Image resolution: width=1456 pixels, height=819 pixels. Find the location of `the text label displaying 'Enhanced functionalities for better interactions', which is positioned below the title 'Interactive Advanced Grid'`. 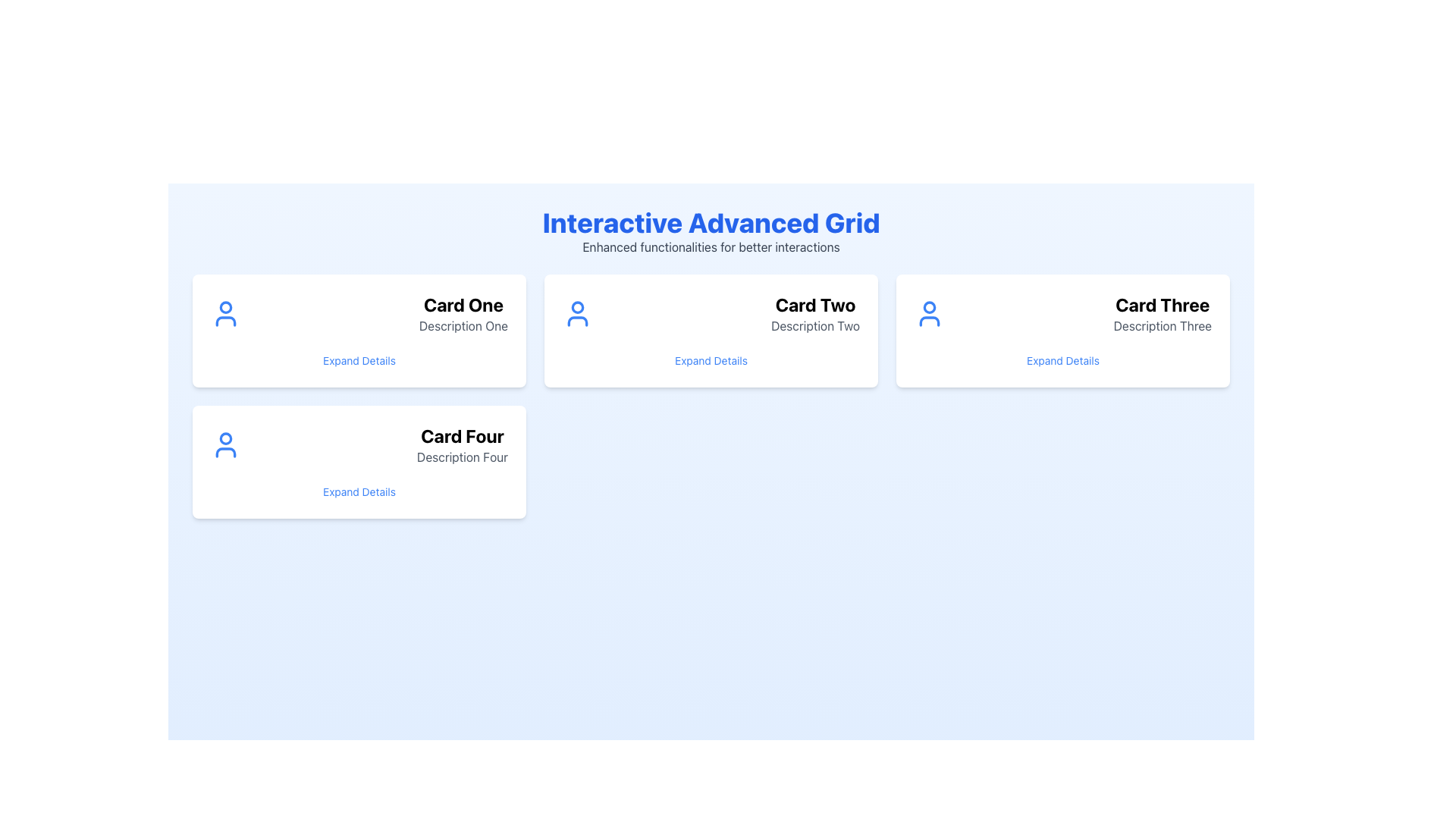

the text label displaying 'Enhanced functionalities for better interactions', which is positioned below the title 'Interactive Advanced Grid' is located at coordinates (710, 246).